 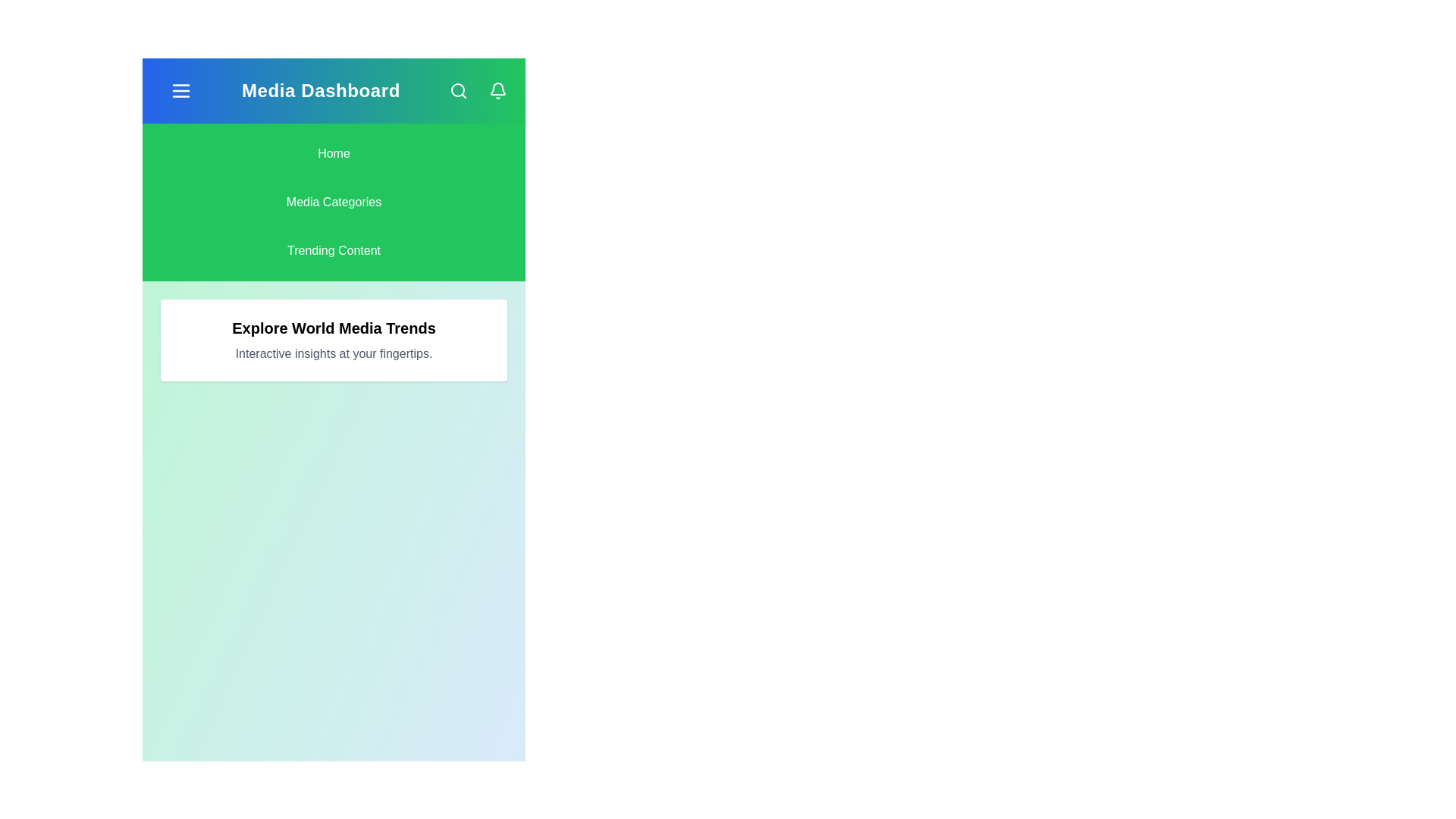 What do you see at coordinates (181, 90) in the screenshot?
I see `the navigation menu toggle button` at bounding box center [181, 90].